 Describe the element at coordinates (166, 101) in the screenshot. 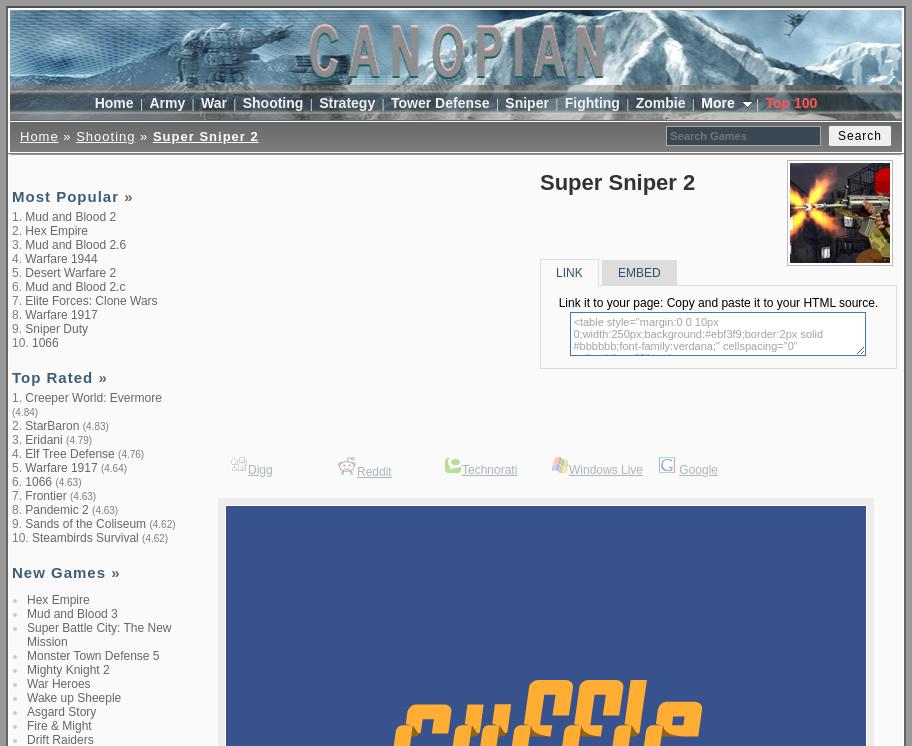

I see `'Army'` at that location.